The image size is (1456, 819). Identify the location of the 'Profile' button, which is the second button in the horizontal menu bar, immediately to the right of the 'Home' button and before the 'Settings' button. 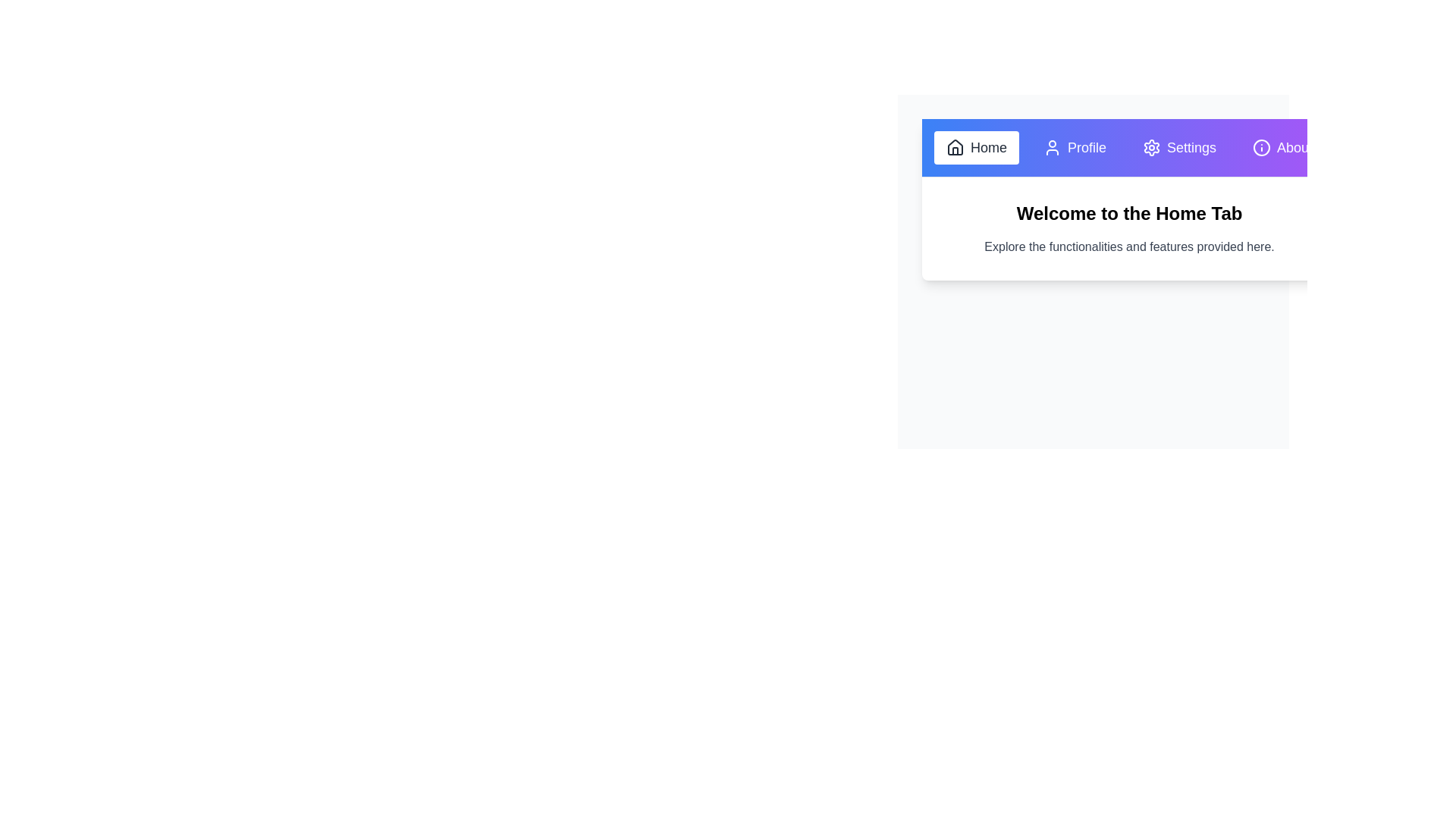
(1074, 148).